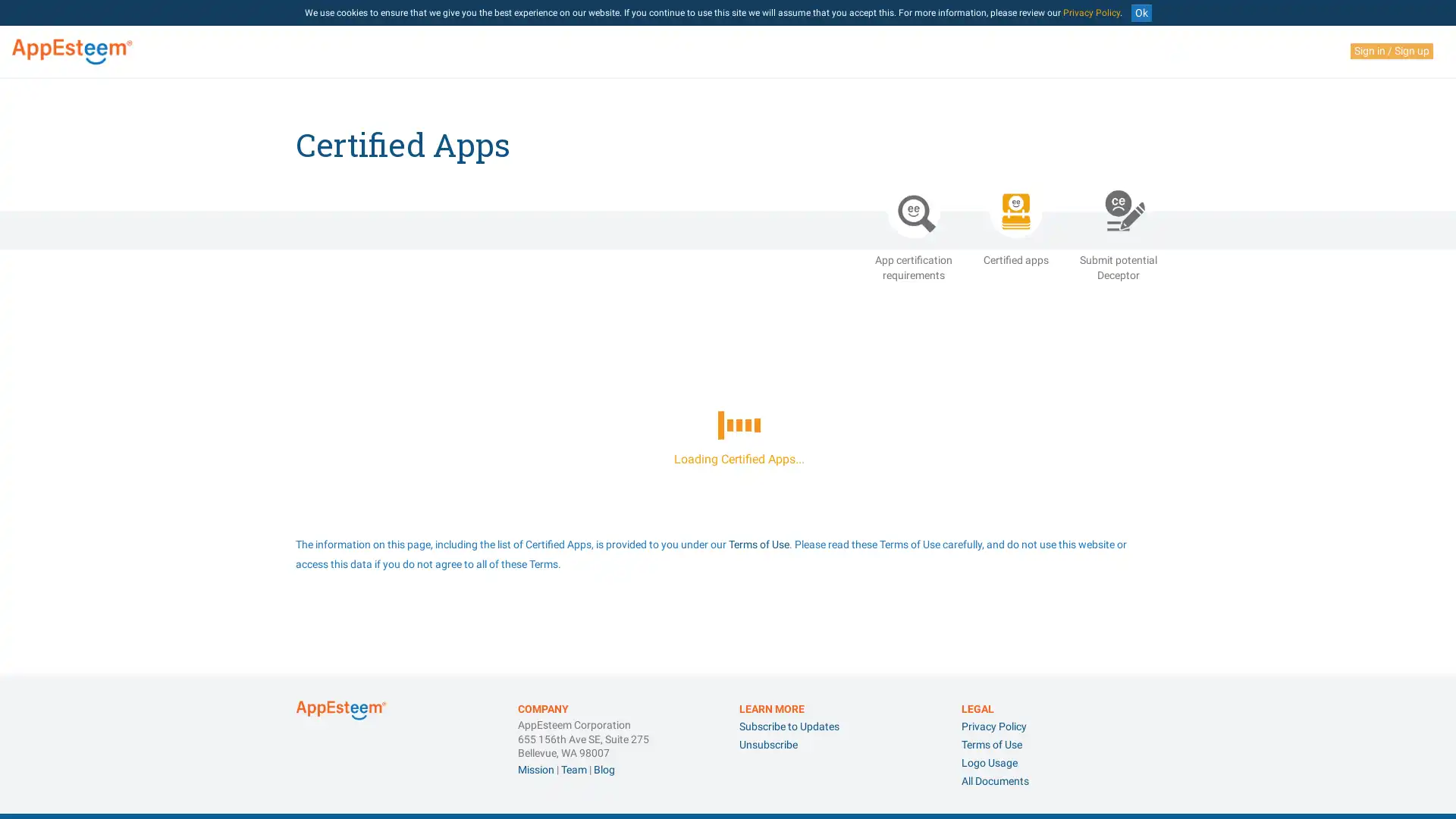 The image size is (1456, 819). What do you see at coordinates (1099, 560) in the screenshot?
I see `1` at bounding box center [1099, 560].